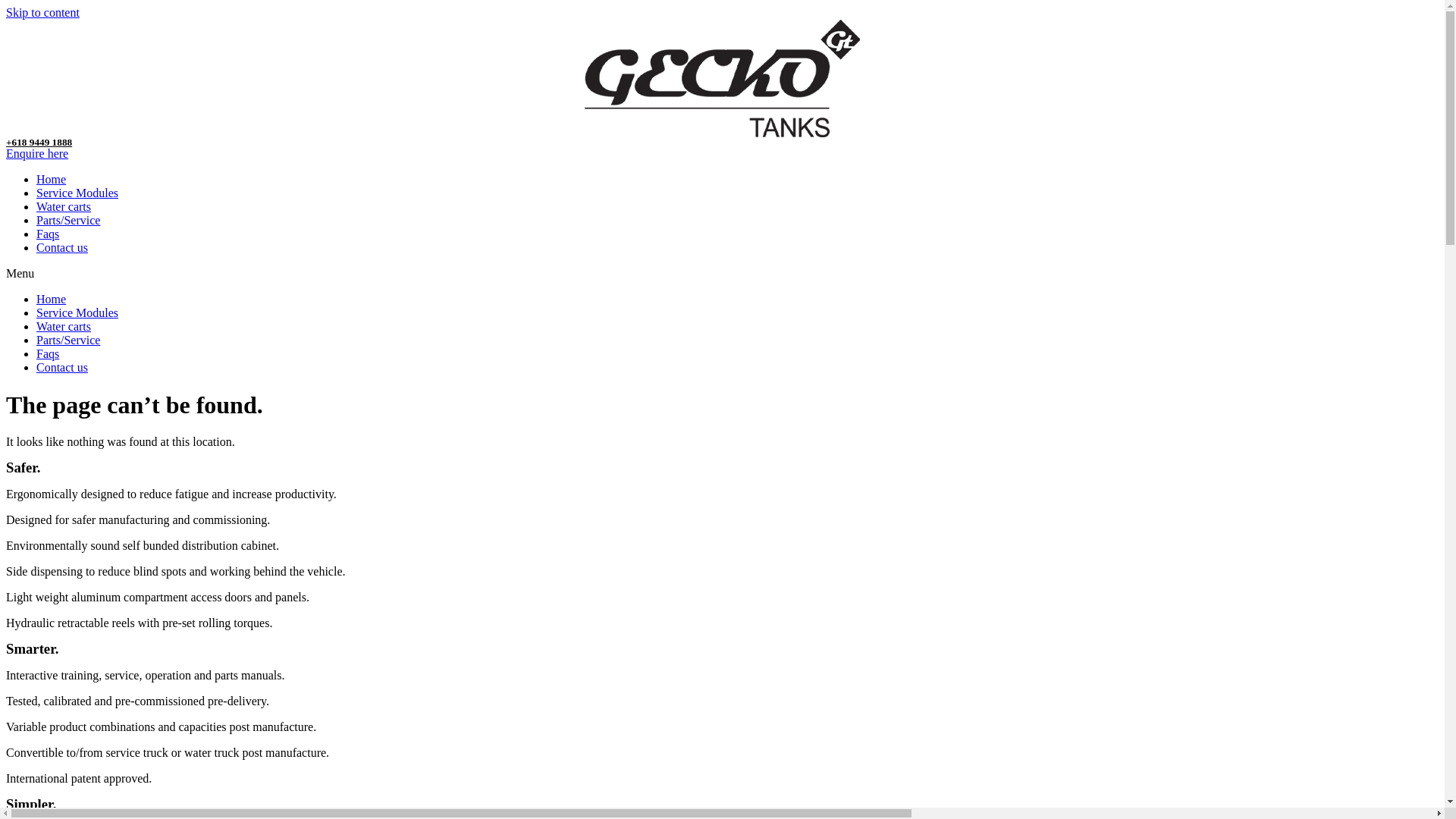 Image resolution: width=1456 pixels, height=819 pixels. I want to click on 'Parts/Service', so click(36, 220).